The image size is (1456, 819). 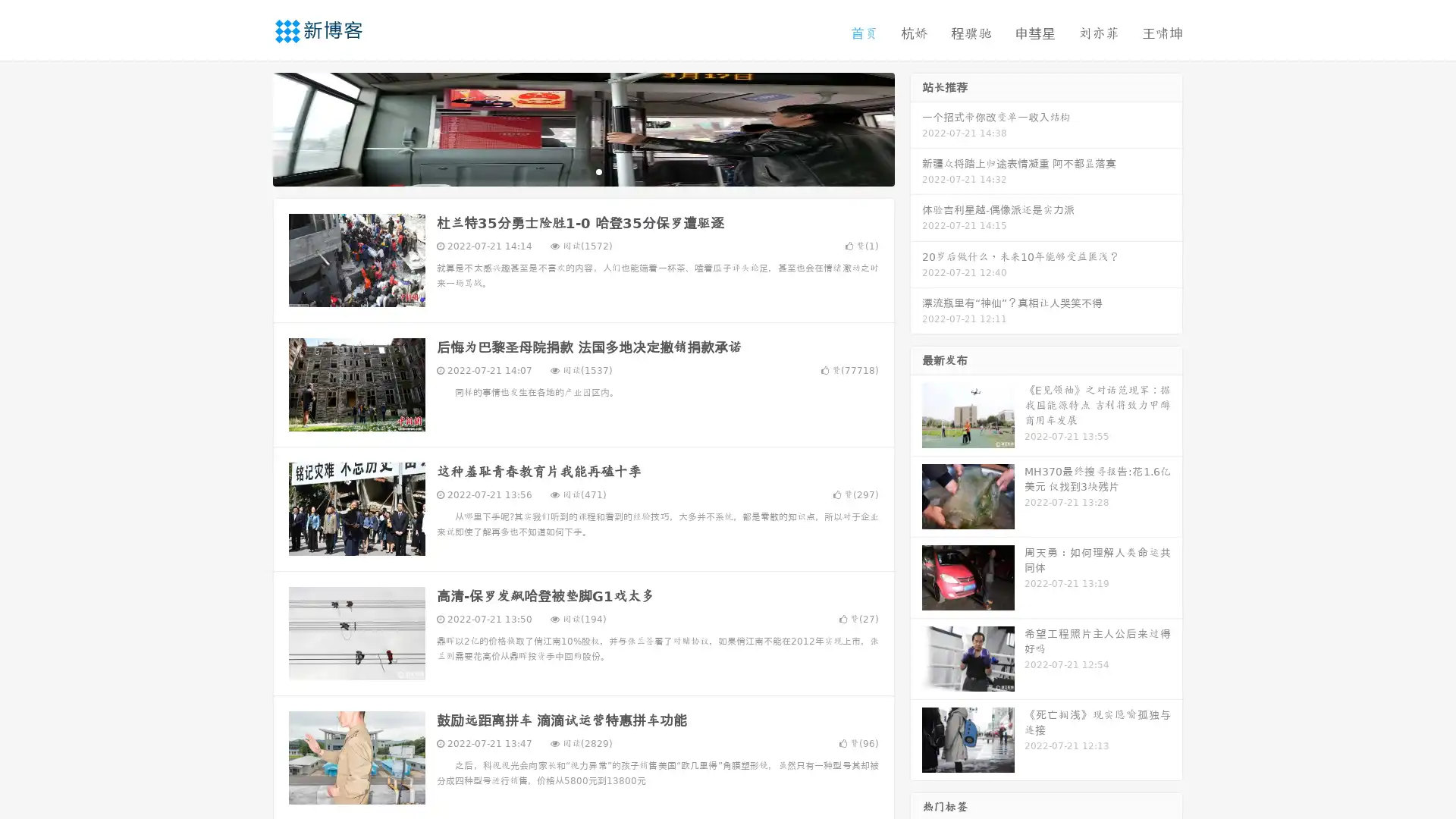 I want to click on Previous slide, so click(x=250, y=127).